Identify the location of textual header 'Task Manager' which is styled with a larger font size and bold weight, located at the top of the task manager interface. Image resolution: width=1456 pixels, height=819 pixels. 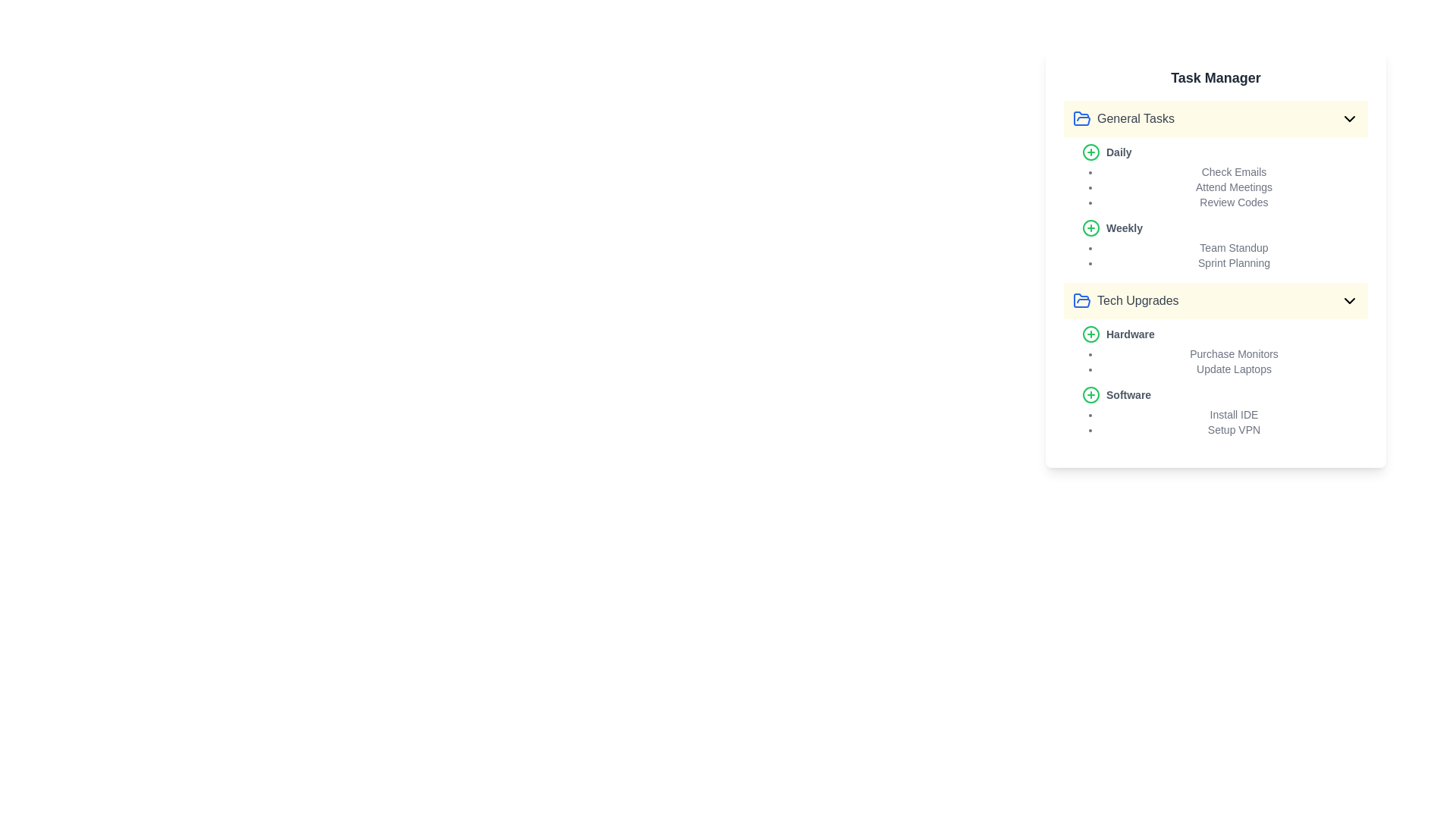
(1216, 78).